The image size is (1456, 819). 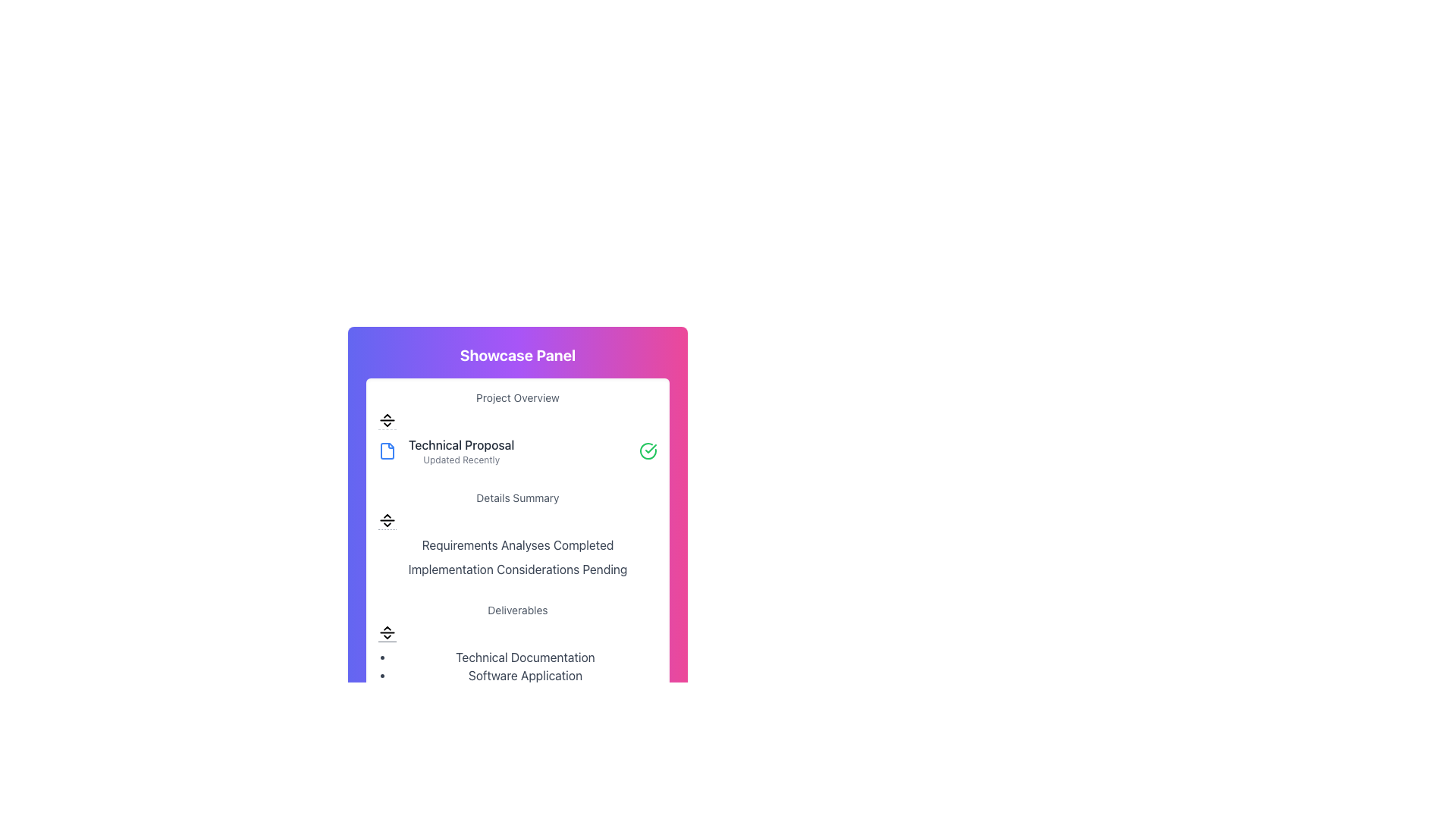 I want to click on the descriptive Text Label that serves as a header for the list of deliverables, which is centrally positioned above the items related to 'Technical Documentation', so click(x=517, y=610).